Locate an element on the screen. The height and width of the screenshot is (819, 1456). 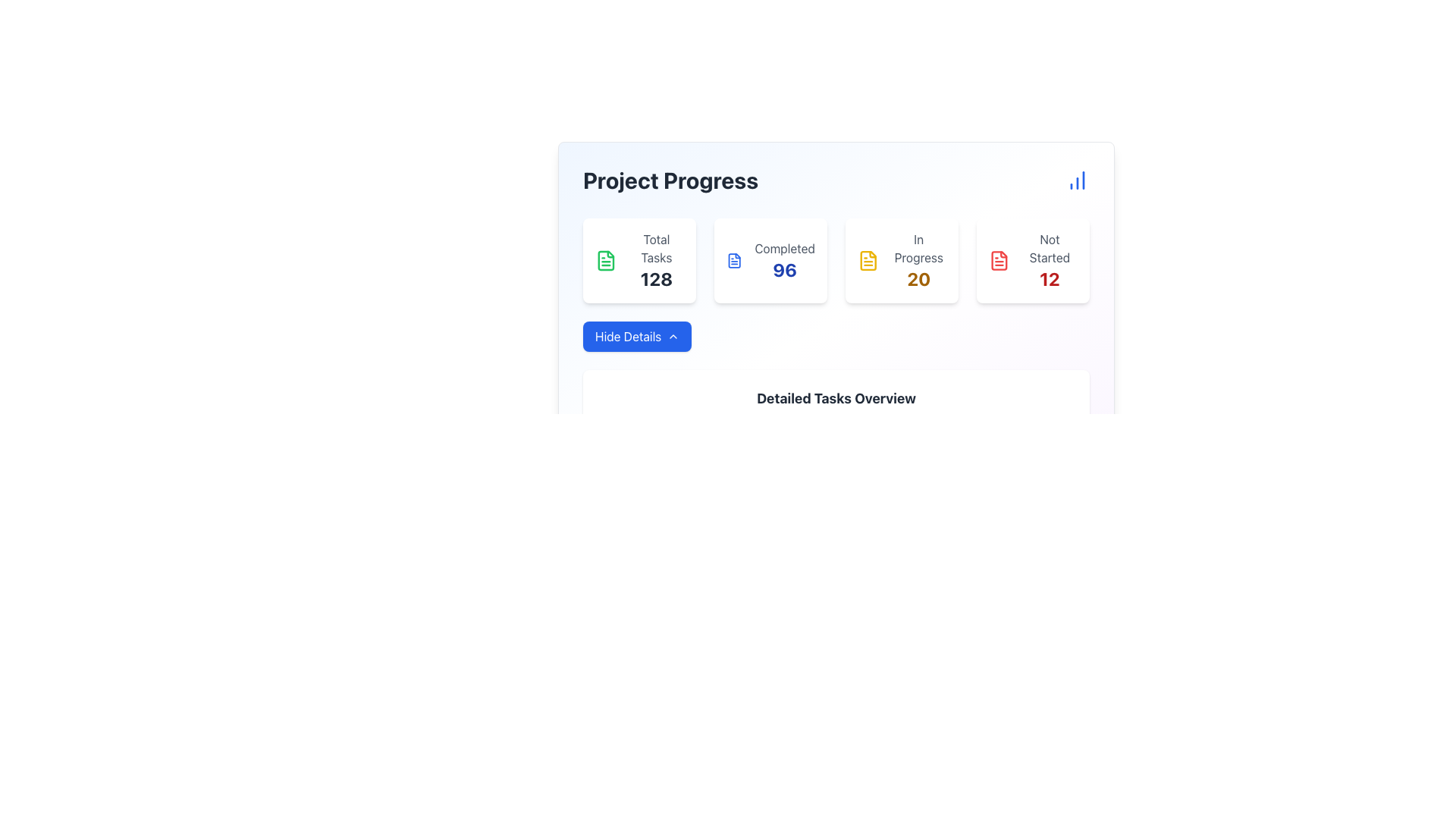
text displayed in the Static Text Display located in the top-right segment of the 'Project Progress' section, which summarizes the number of completed tasks in the project is located at coordinates (785, 259).